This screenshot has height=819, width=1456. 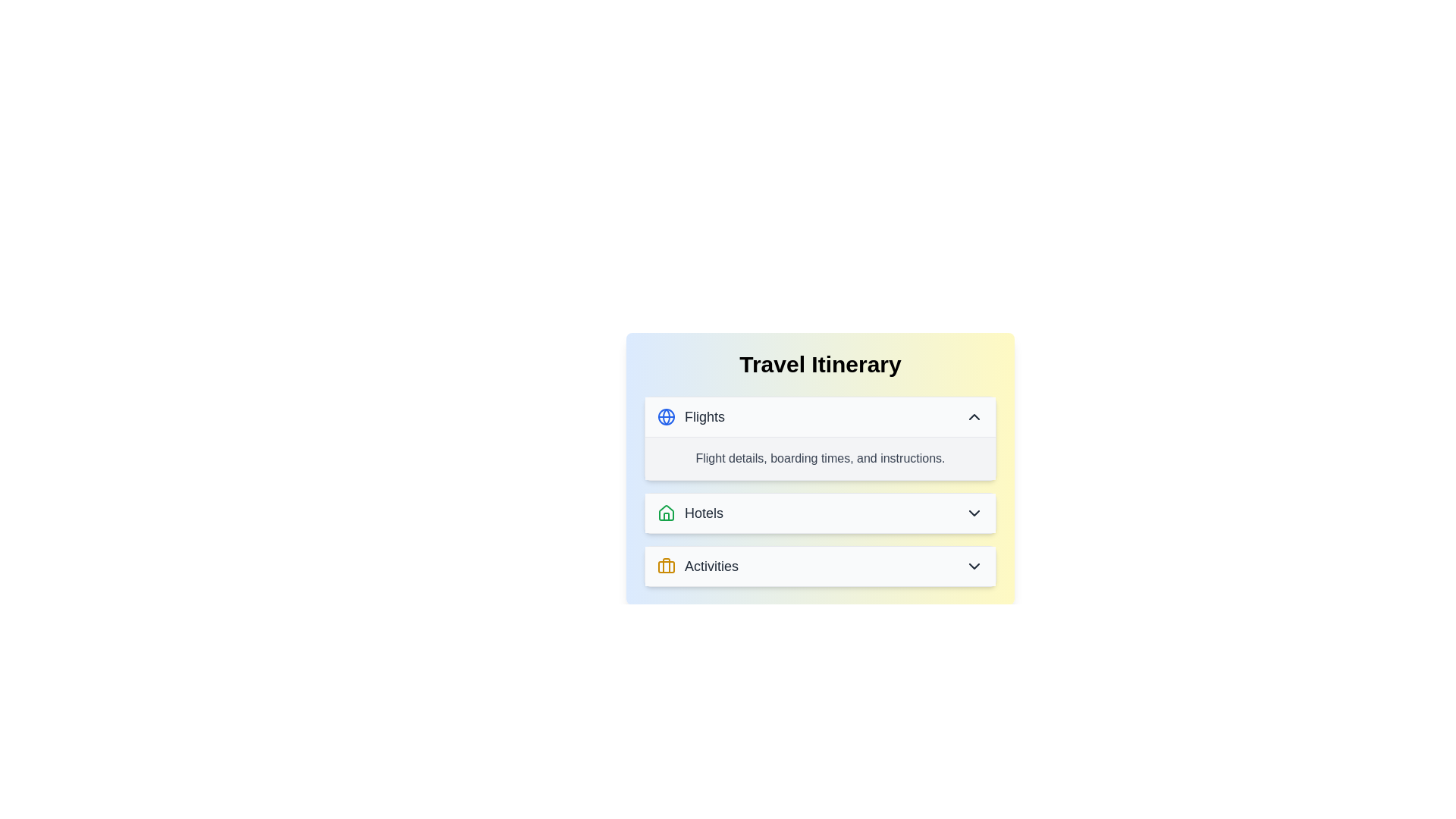 What do you see at coordinates (666, 417) in the screenshot?
I see `the blue circular globe icon with a white outline next to the text 'Flights' in the 'Travel Itinerary' card interface` at bounding box center [666, 417].